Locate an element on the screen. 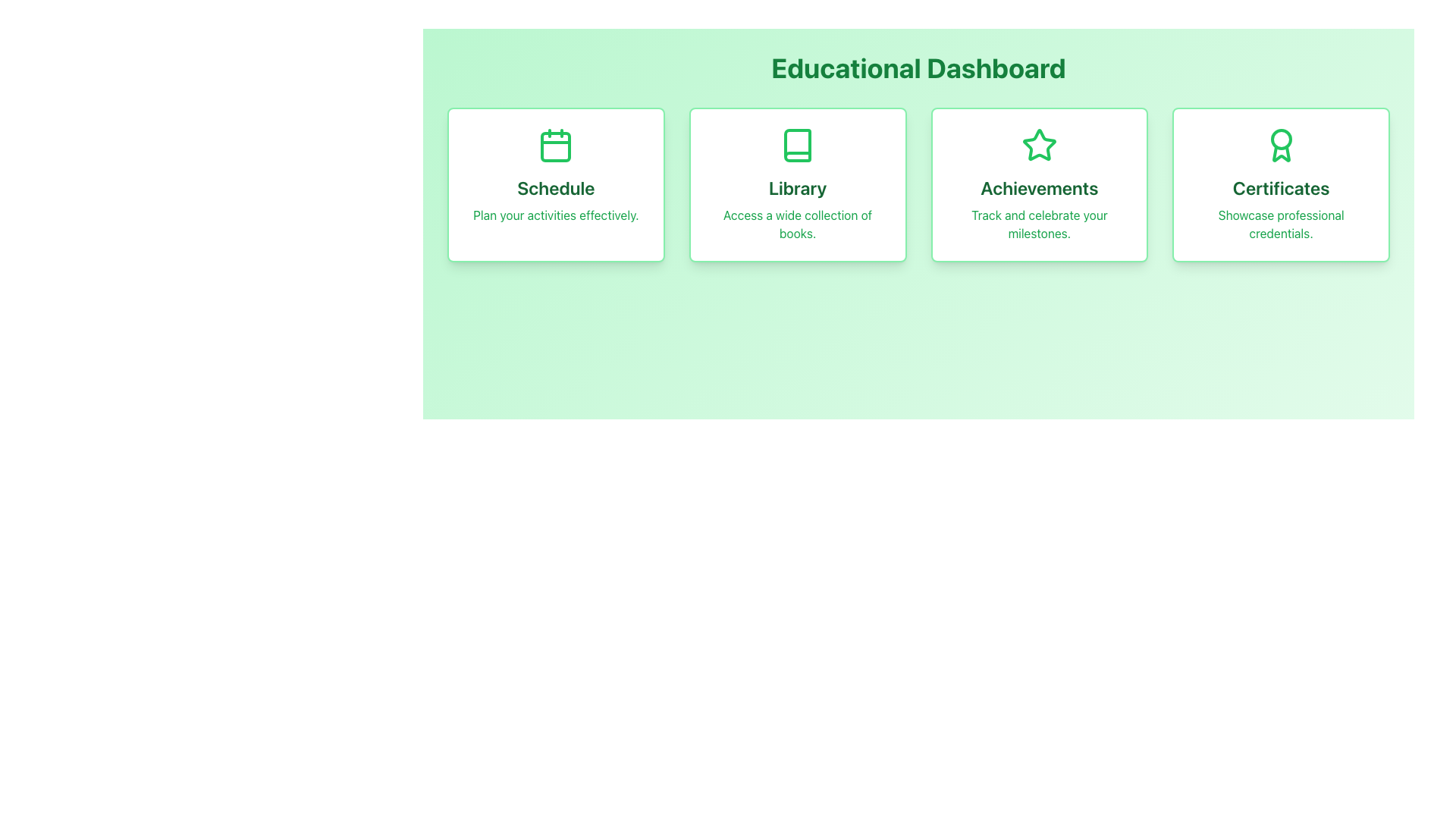 The height and width of the screenshot is (819, 1456). the descriptive message element located within the 'Achievements' card, which is centered beneath the title 'Achievements' is located at coordinates (1038, 224).